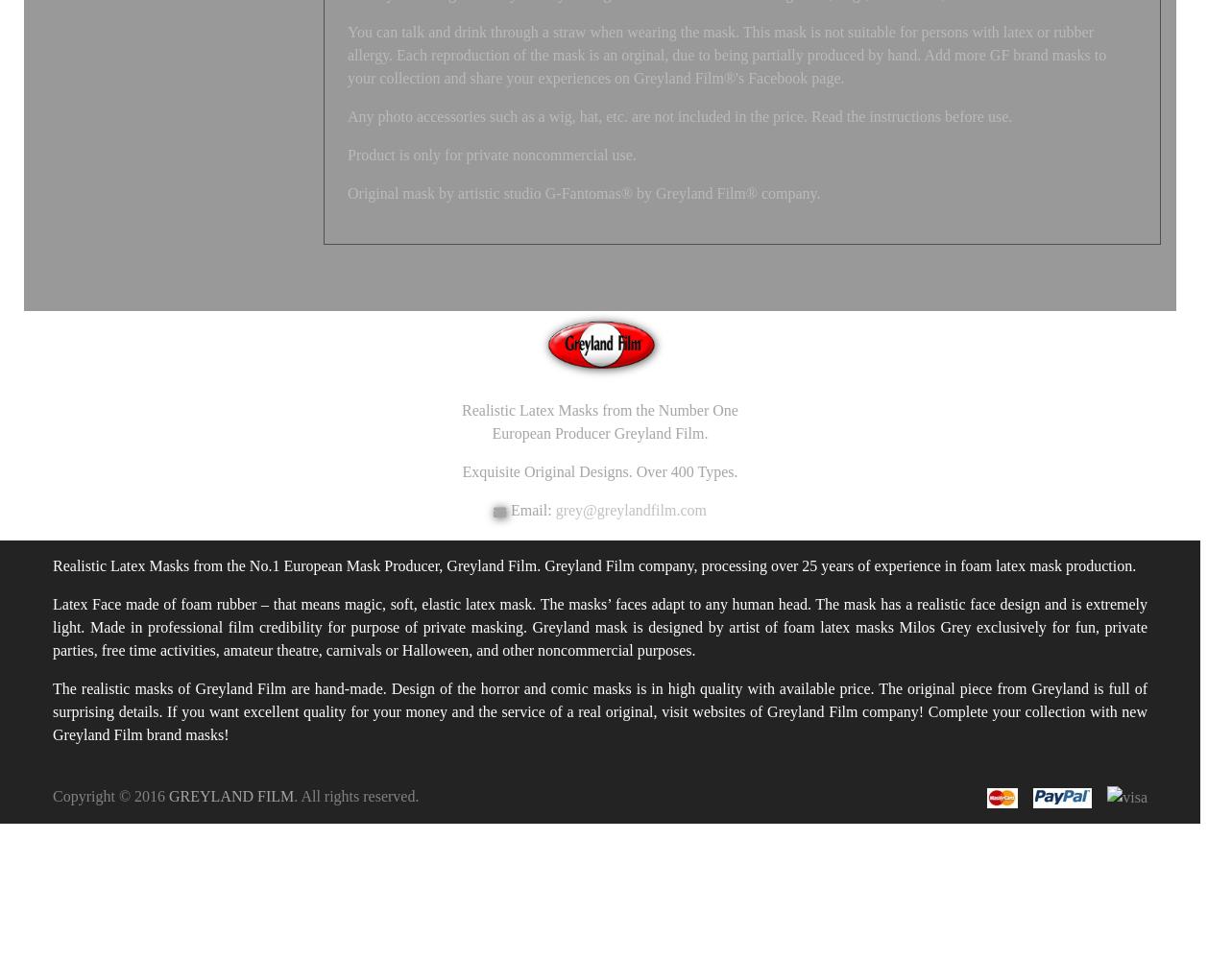 Image resolution: width=1232 pixels, height=960 pixels. I want to click on 'grey@greylandfilm.com', so click(630, 510).